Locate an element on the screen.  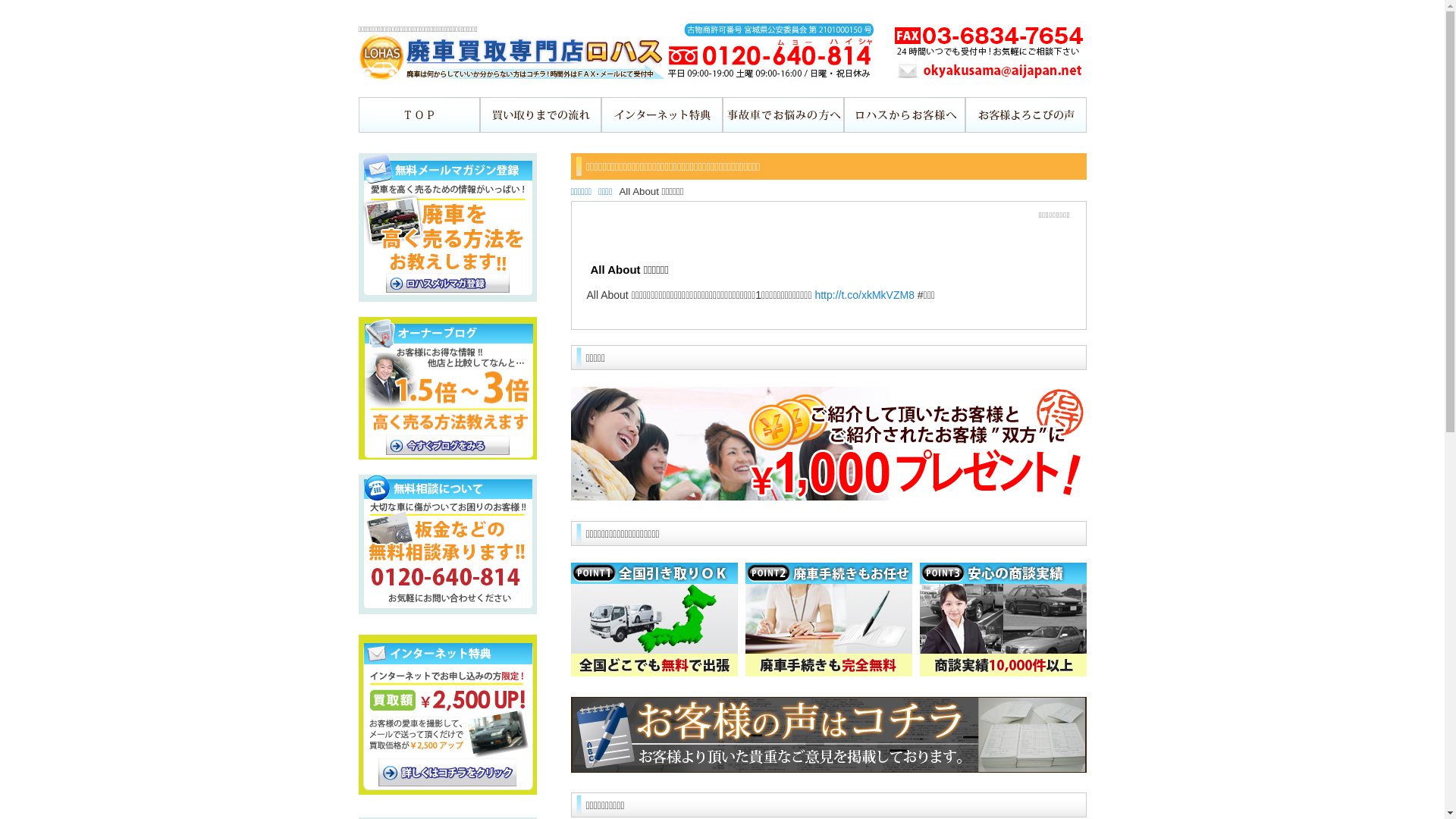
'http://t.co/xkMkVZM8' is located at coordinates (864, 295).